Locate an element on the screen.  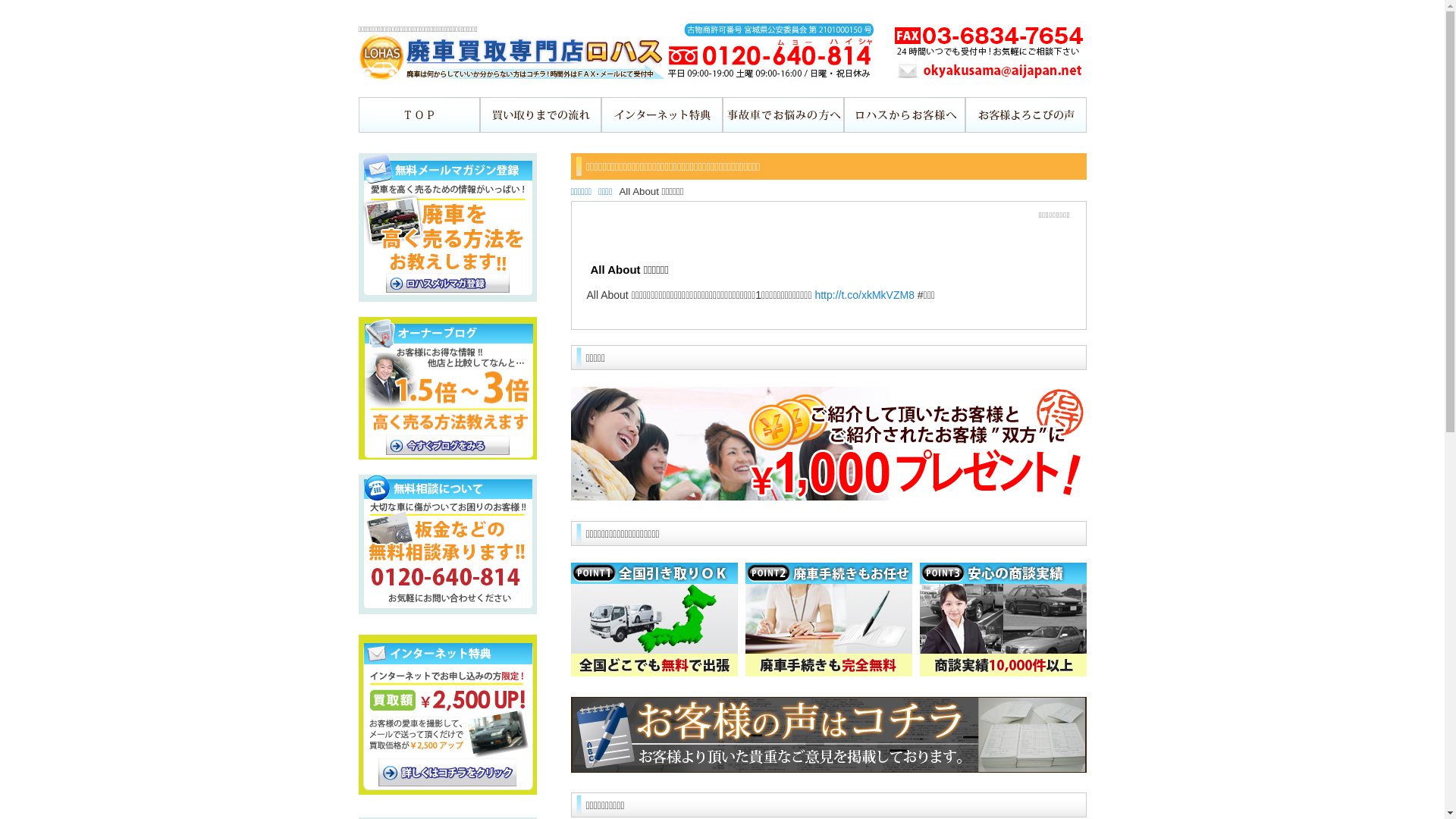
'http://t.co/xkMkVZM8' is located at coordinates (864, 295).